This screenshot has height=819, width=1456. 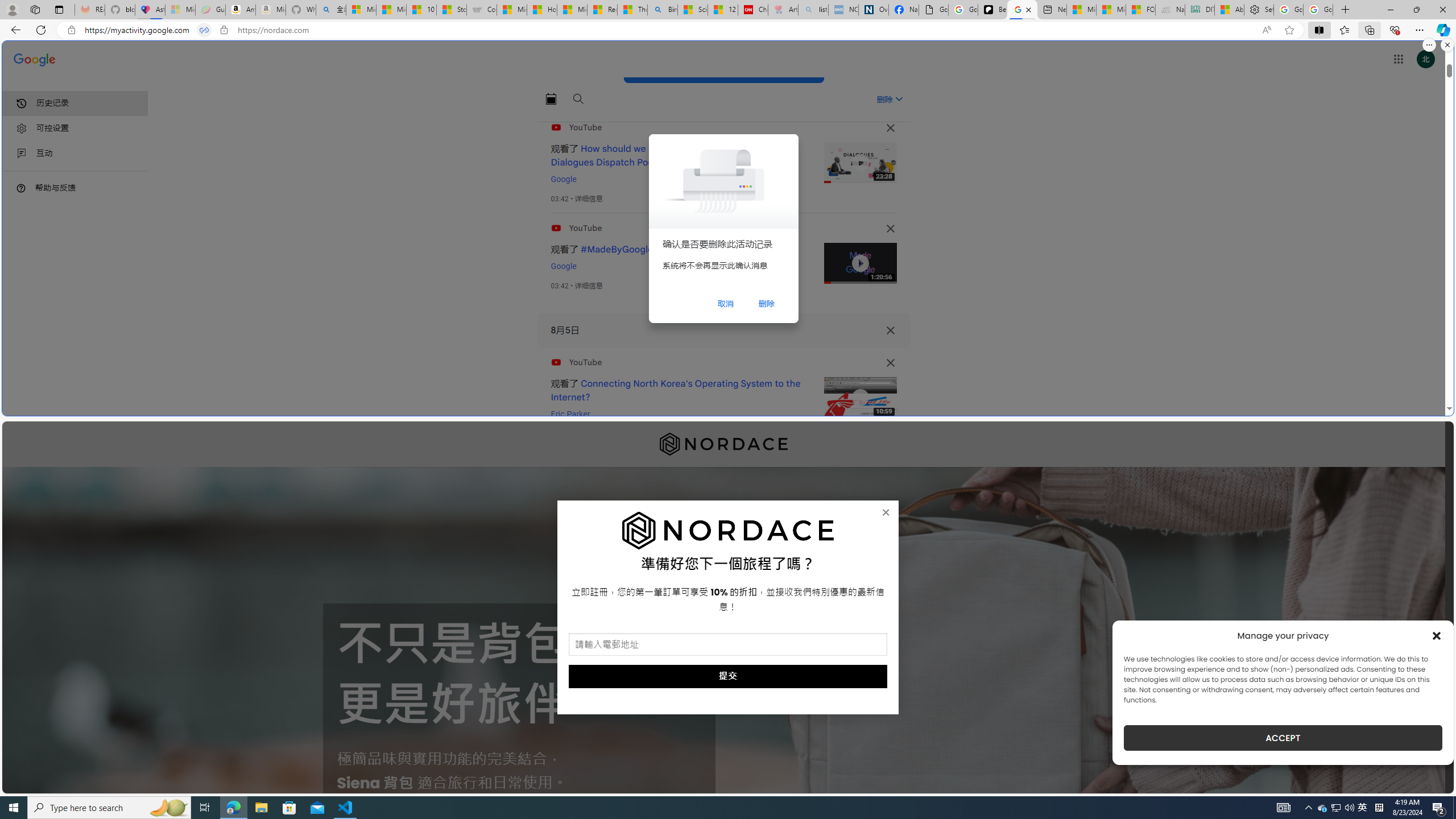 What do you see at coordinates (723, 9) in the screenshot?
I see `'12 Popular Science Lies that Must be Corrected'` at bounding box center [723, 9].